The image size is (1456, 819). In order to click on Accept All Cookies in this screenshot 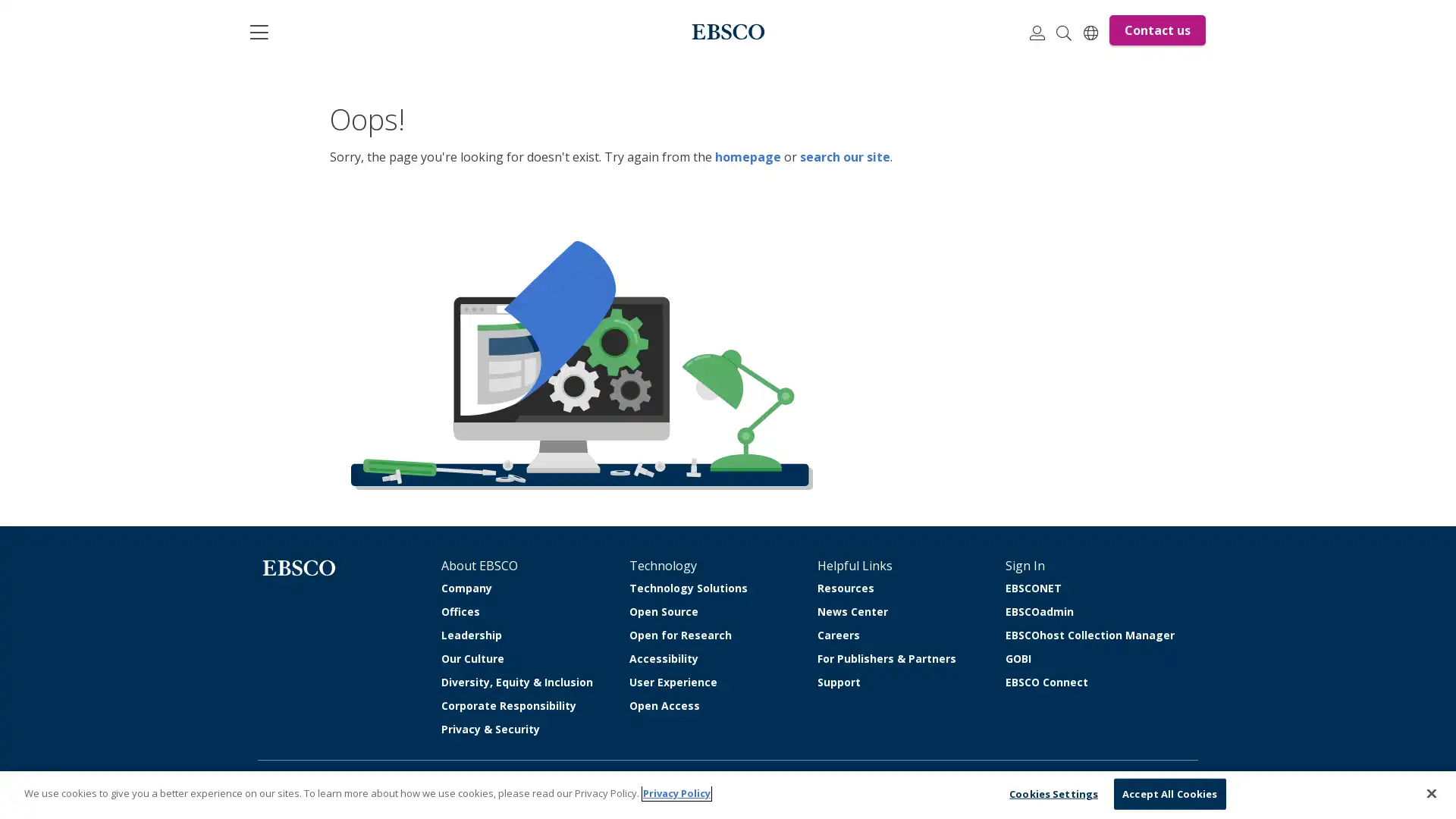, I will do `click(1169, 792)`.